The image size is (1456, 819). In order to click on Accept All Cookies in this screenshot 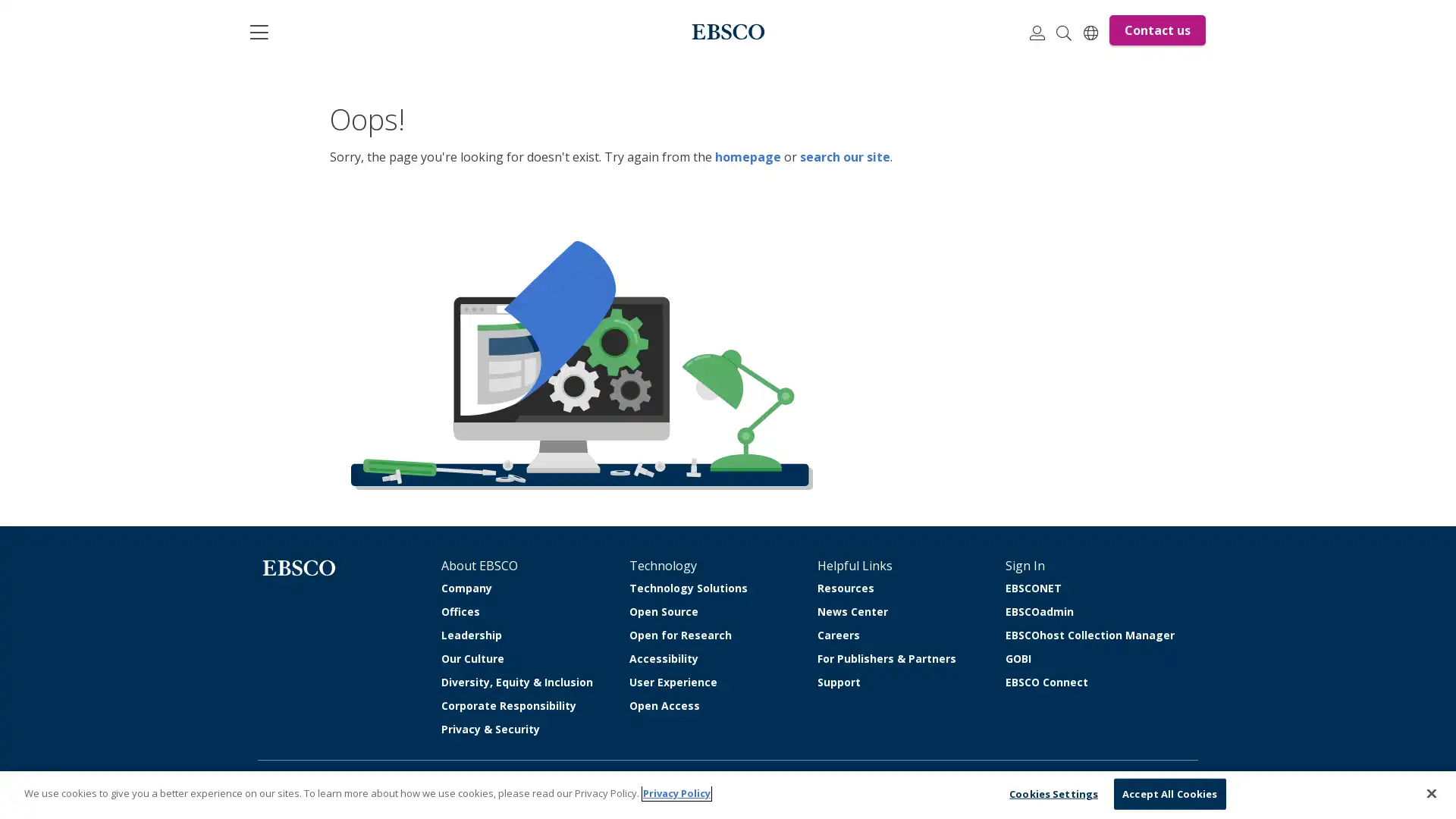, I will do `click(1169, 792)`.